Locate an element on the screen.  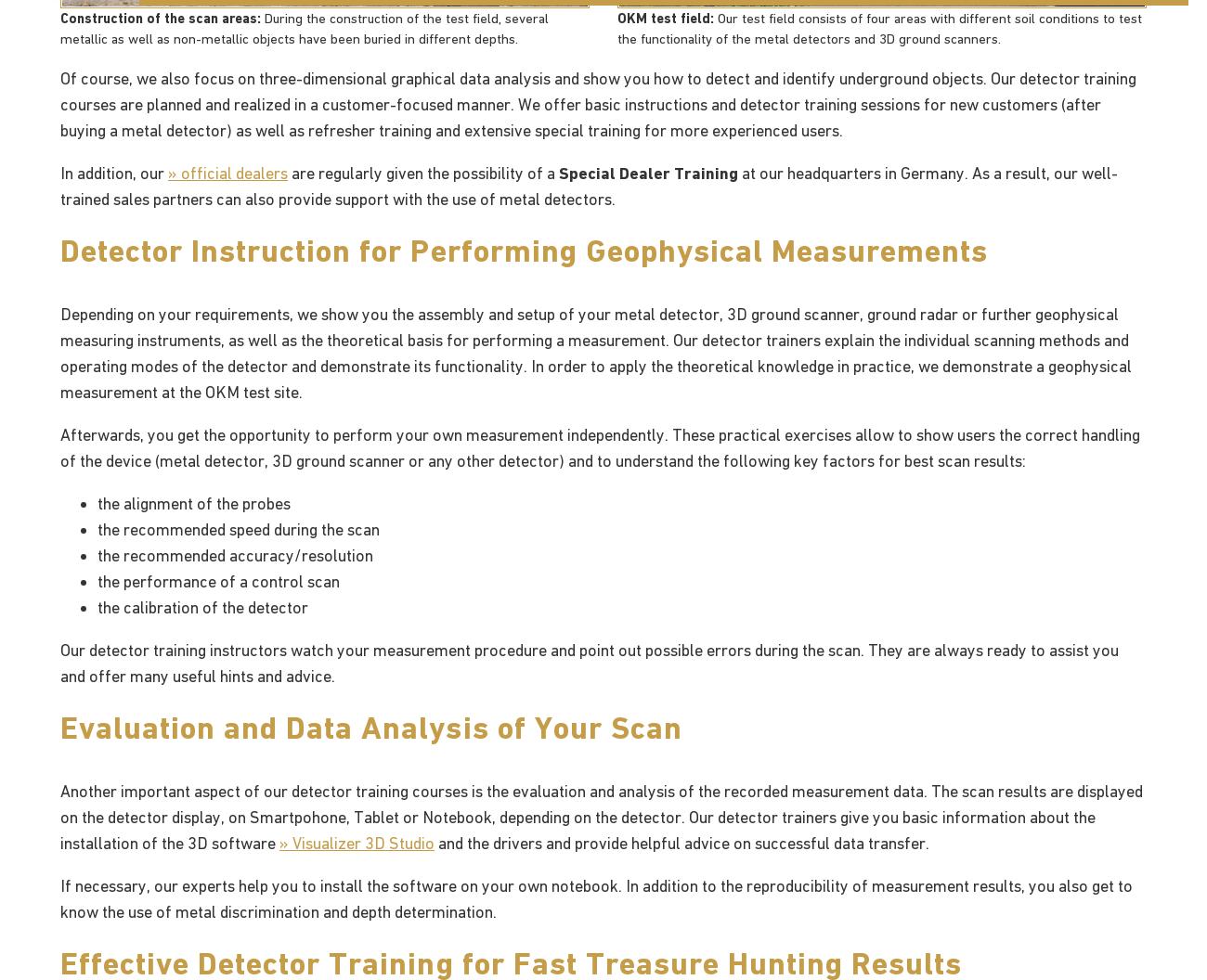
'Afterwards, you get the opportunity to perform your own measurement independently. These practical exercises allow to show users the correct handling of the device (metal detector, 3D ground scanner or any other detector) and to understand the following key factors for best scan results:' is located at coordinates (600, 445).